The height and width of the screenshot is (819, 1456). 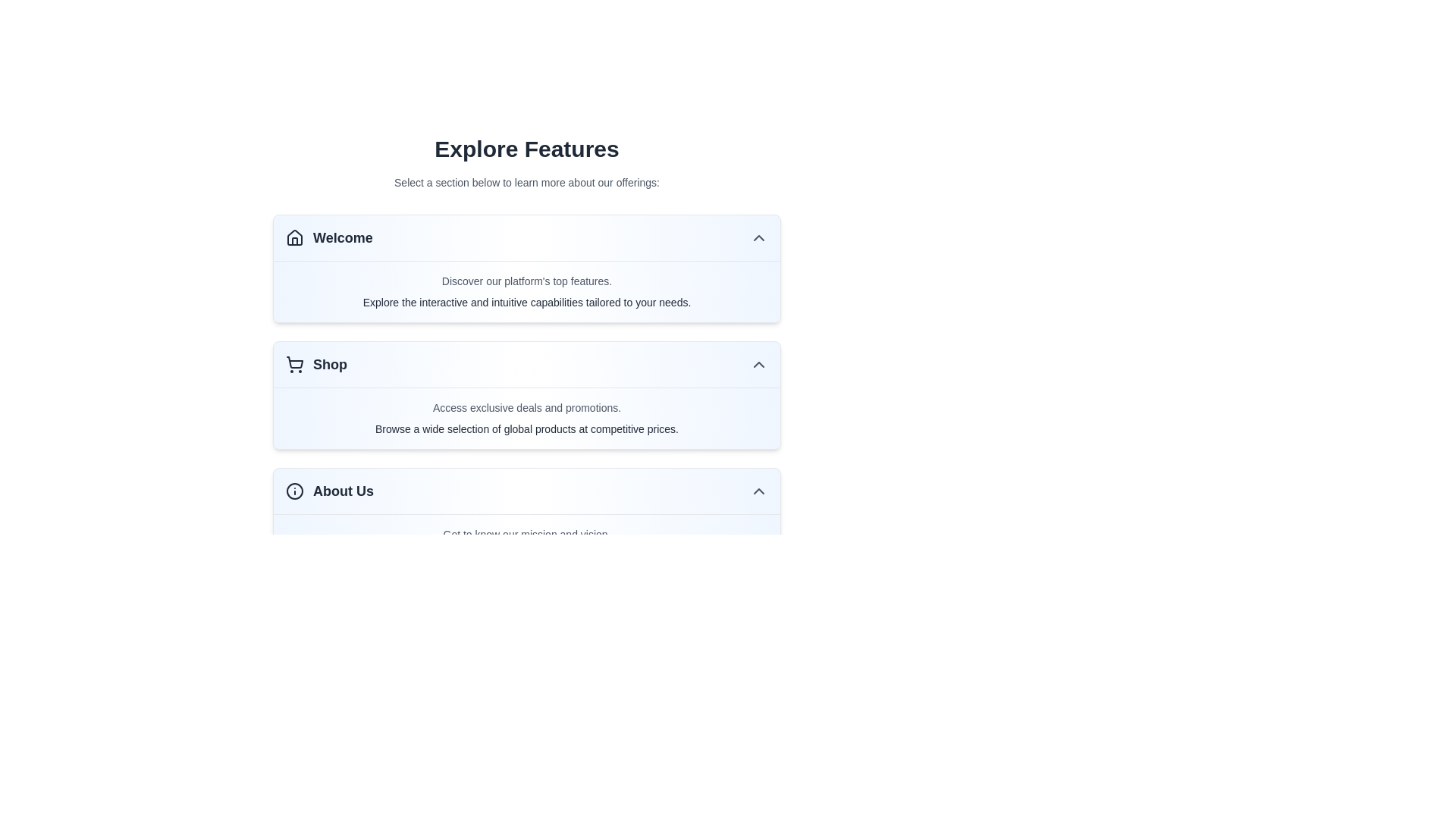 I want to click on the house icon located in the 'Welcome' section, which features a dark gray minimalistic design with a rectangular door, positioned to the left of the text 'Welcome', so click(x=294, y=237).